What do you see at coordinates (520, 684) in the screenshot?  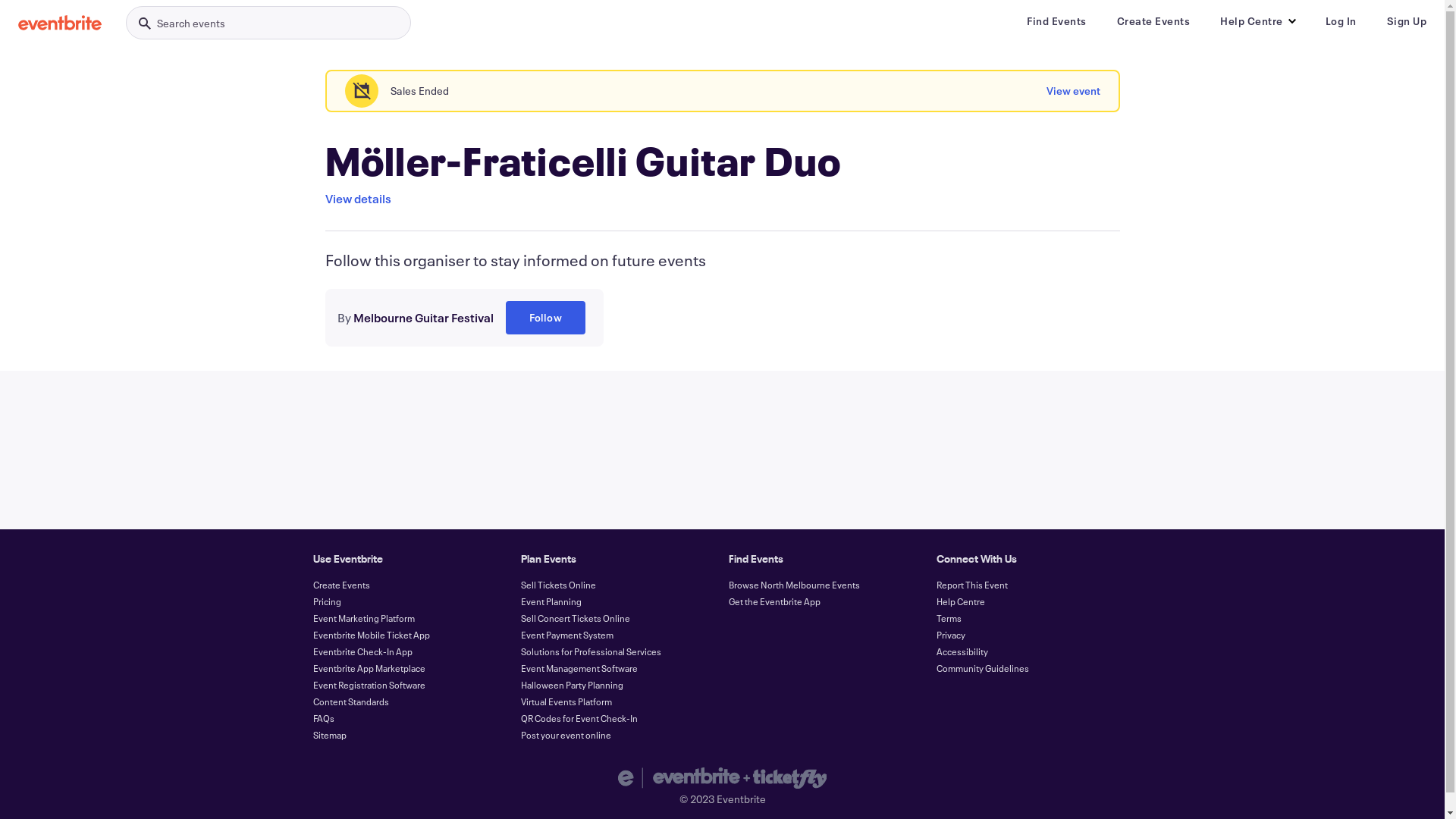 I see `'Halloween Party Planning'` at bounding box center [520, 684].